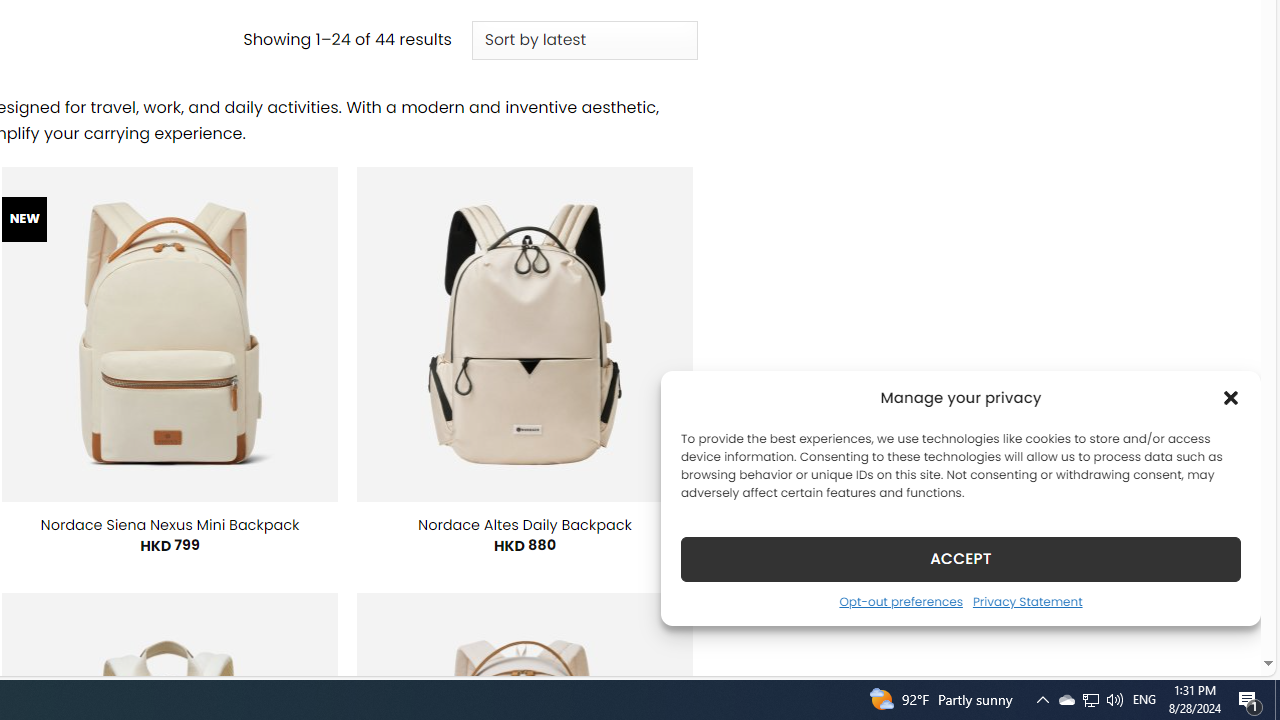  What do you see at coordinates (899, 600) in the screenshot?
I see `'Opt-out preferences'` at bounding box center [899, 600].